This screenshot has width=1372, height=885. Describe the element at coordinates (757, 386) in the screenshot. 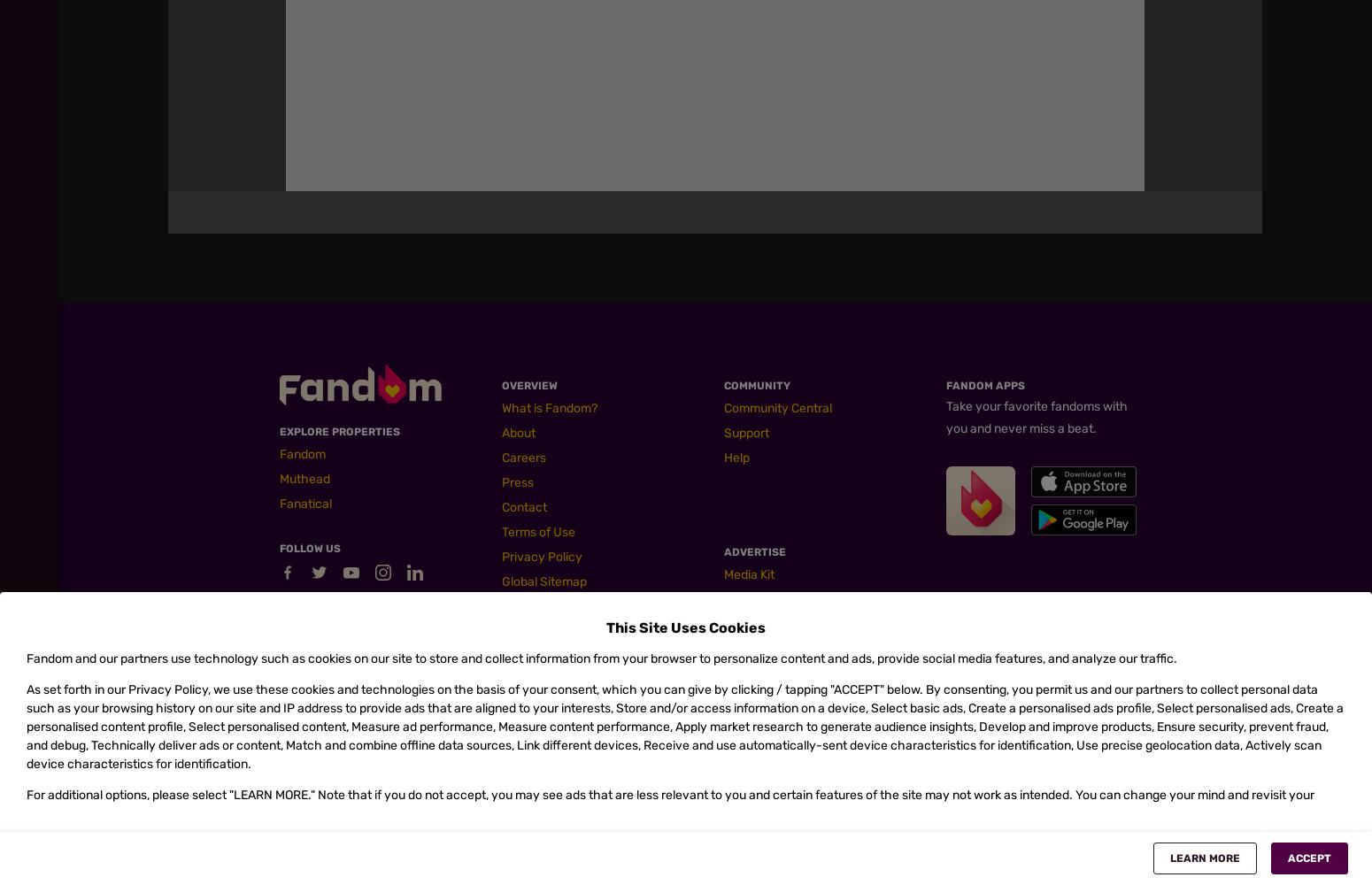

I see `'Community'` at that location.